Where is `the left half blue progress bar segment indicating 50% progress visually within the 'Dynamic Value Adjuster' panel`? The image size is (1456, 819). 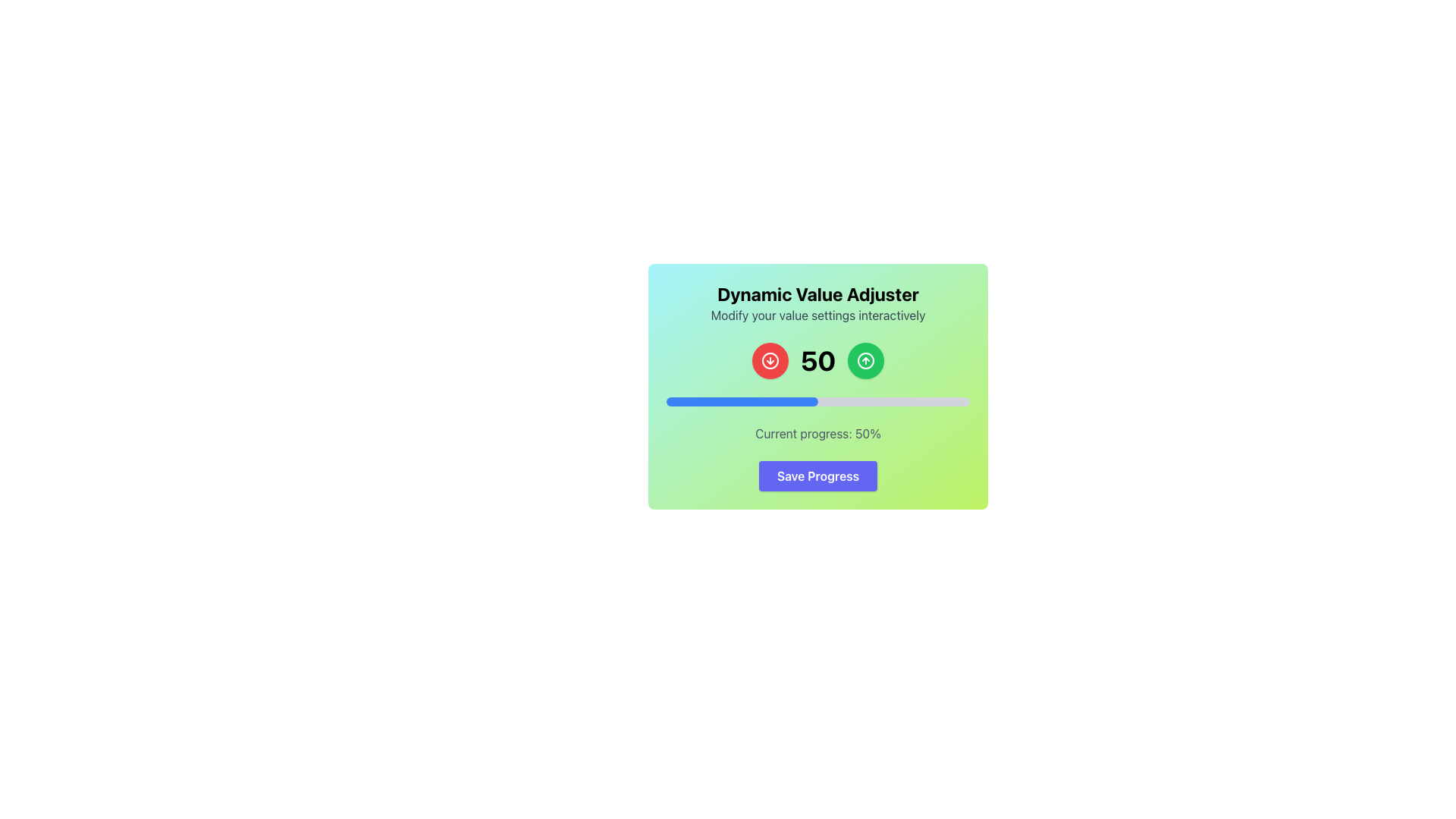 the left half blue progress bar segment indicating 50% progress visually within the 'Dynamic Value Adjuster' panel is located at coordinates (742, 400).